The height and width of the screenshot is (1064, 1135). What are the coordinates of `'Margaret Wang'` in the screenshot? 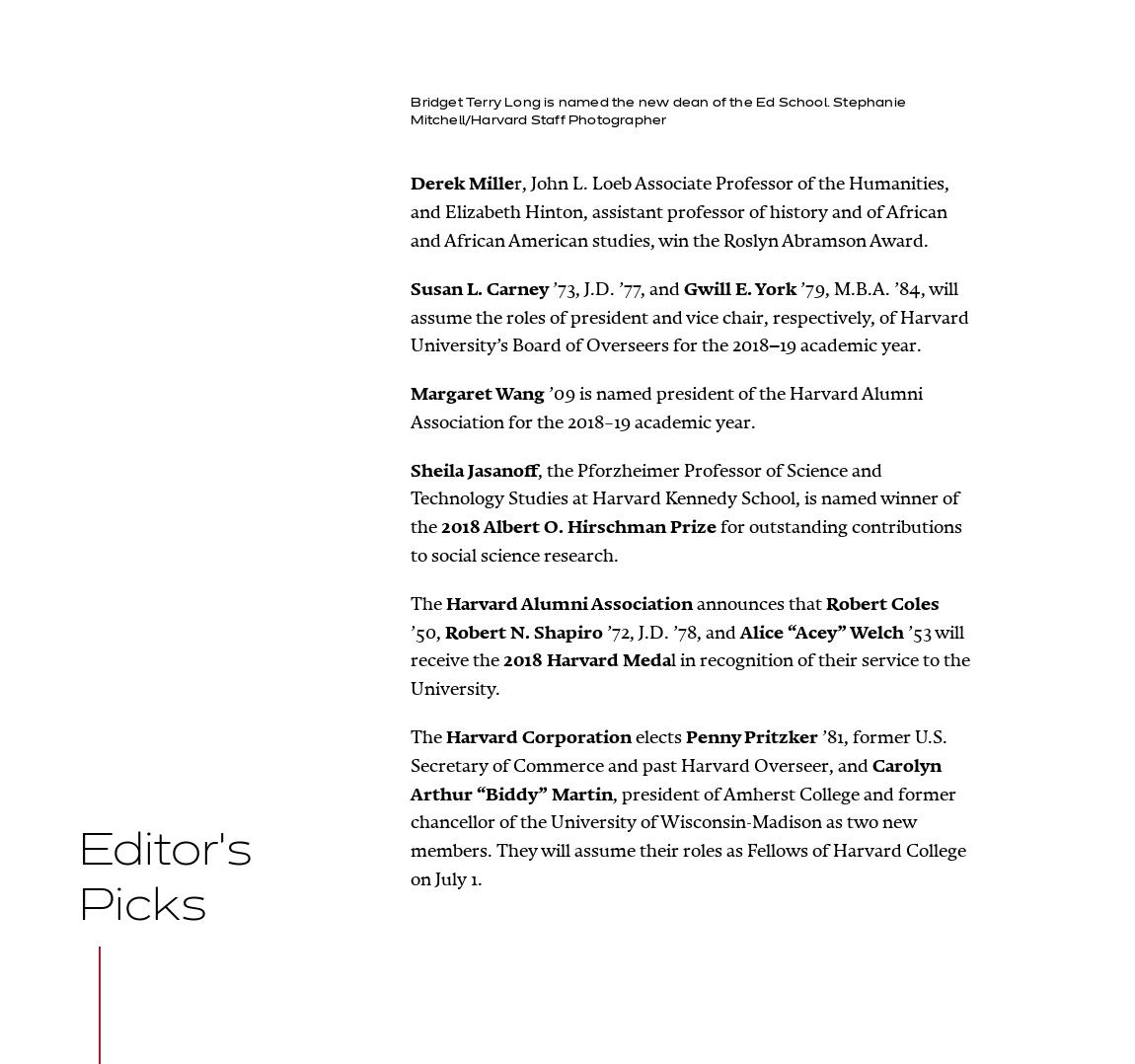 It's located at (478, 392).